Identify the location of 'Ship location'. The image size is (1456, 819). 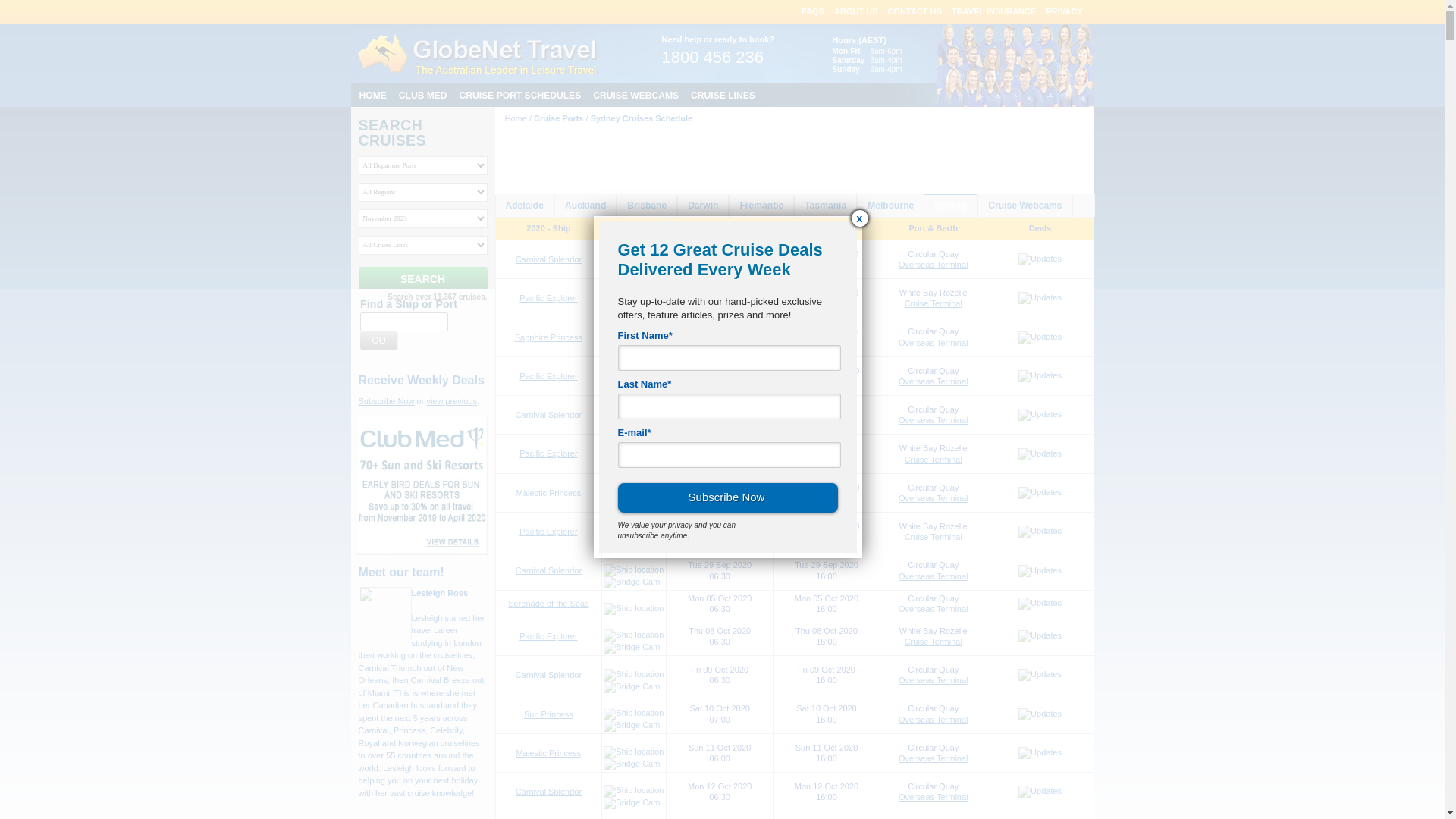
(603, 635).